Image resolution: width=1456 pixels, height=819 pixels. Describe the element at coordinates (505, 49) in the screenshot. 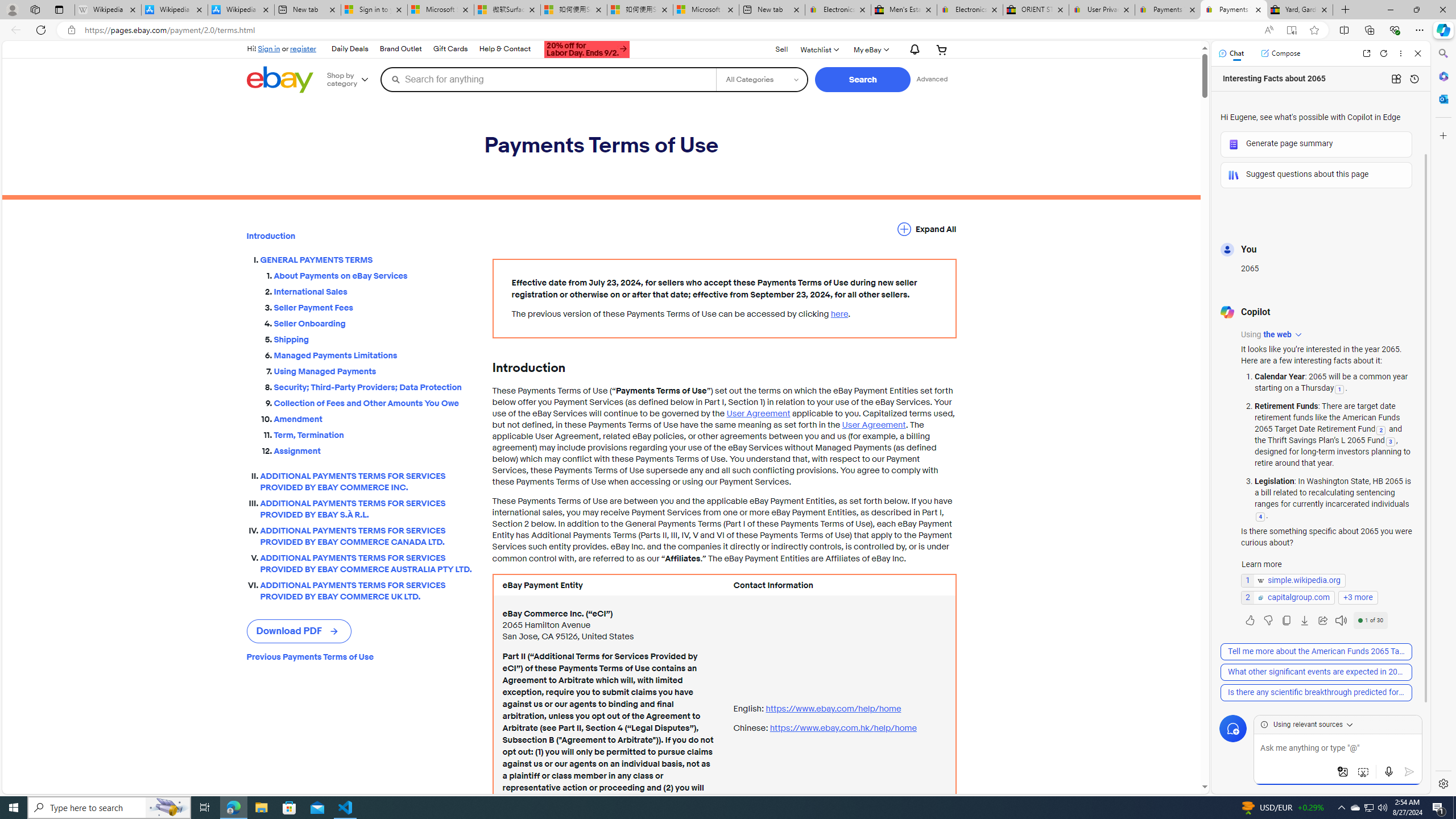

I see `'Help & Contact'` at that location.